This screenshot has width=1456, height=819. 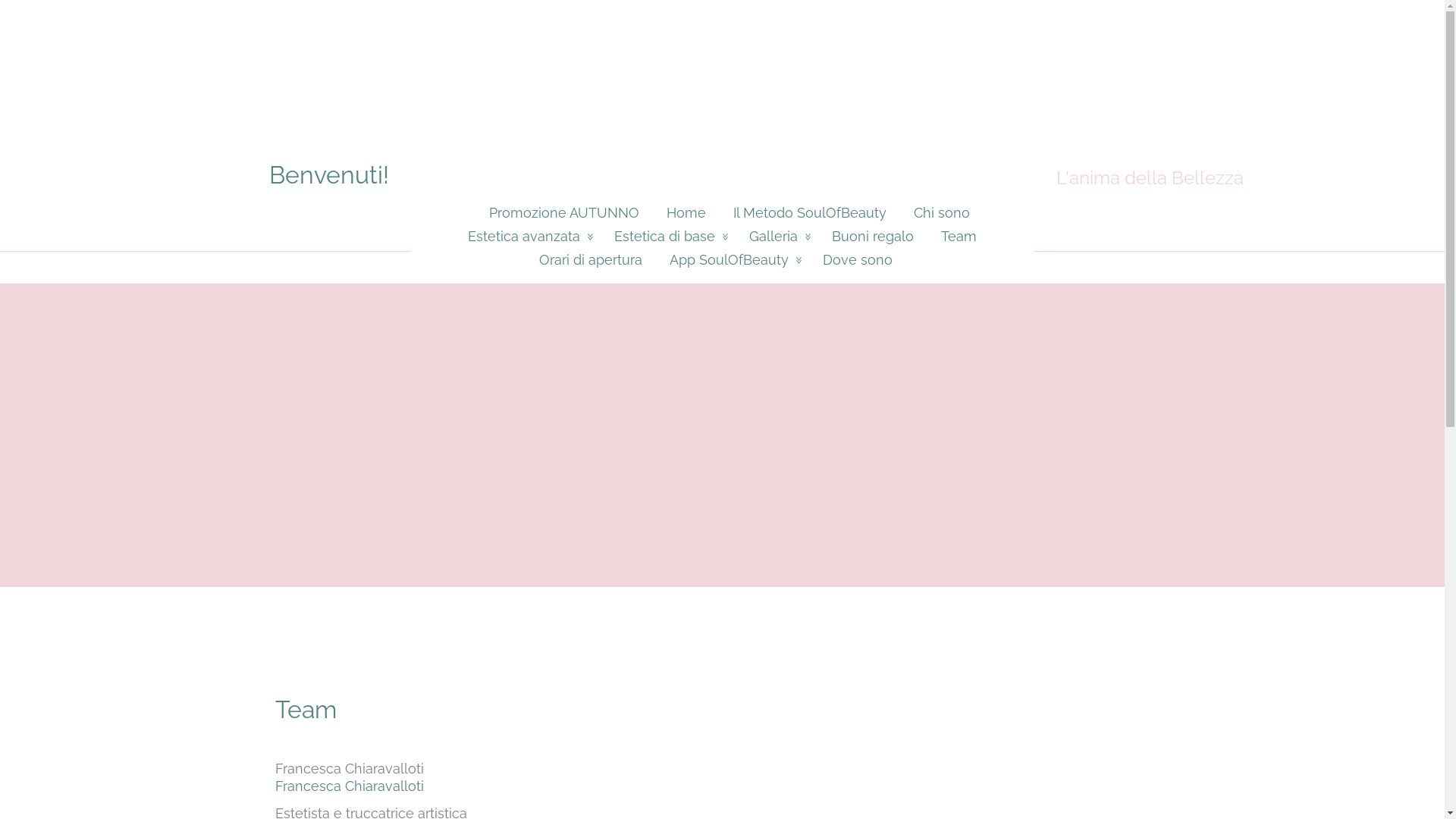 What do you see at coordinates (718, 212) in the screenshot?
I see `'Il Metodo SoulOfBeauty'` at bounding box center [718, 212].